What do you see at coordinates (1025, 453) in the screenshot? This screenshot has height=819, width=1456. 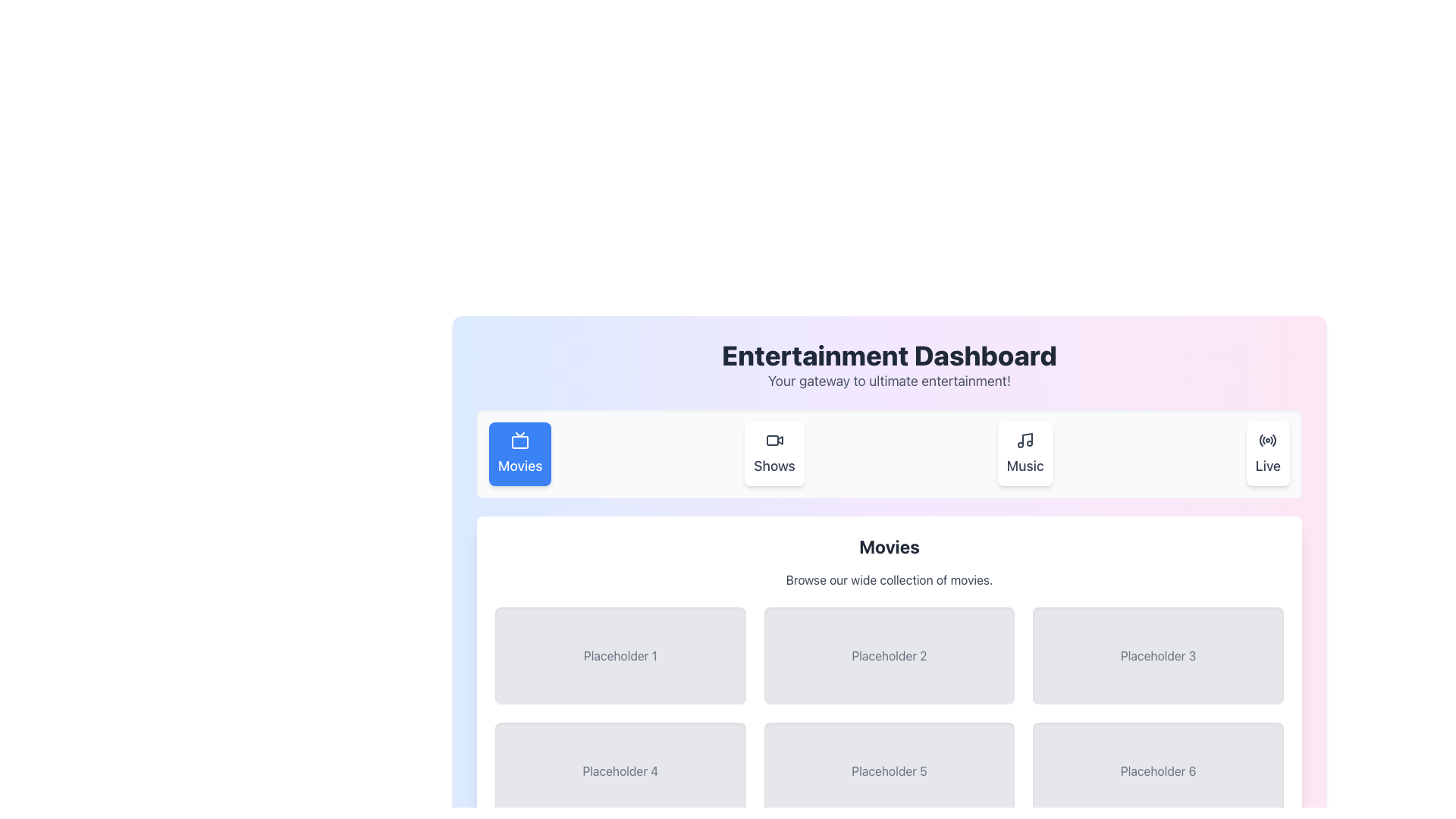 I see `the 'Music' button, which features a musical note icon and is the third button in a group of four on the 'Entertainment Dashboard'` at bounding box center [1025, 453].